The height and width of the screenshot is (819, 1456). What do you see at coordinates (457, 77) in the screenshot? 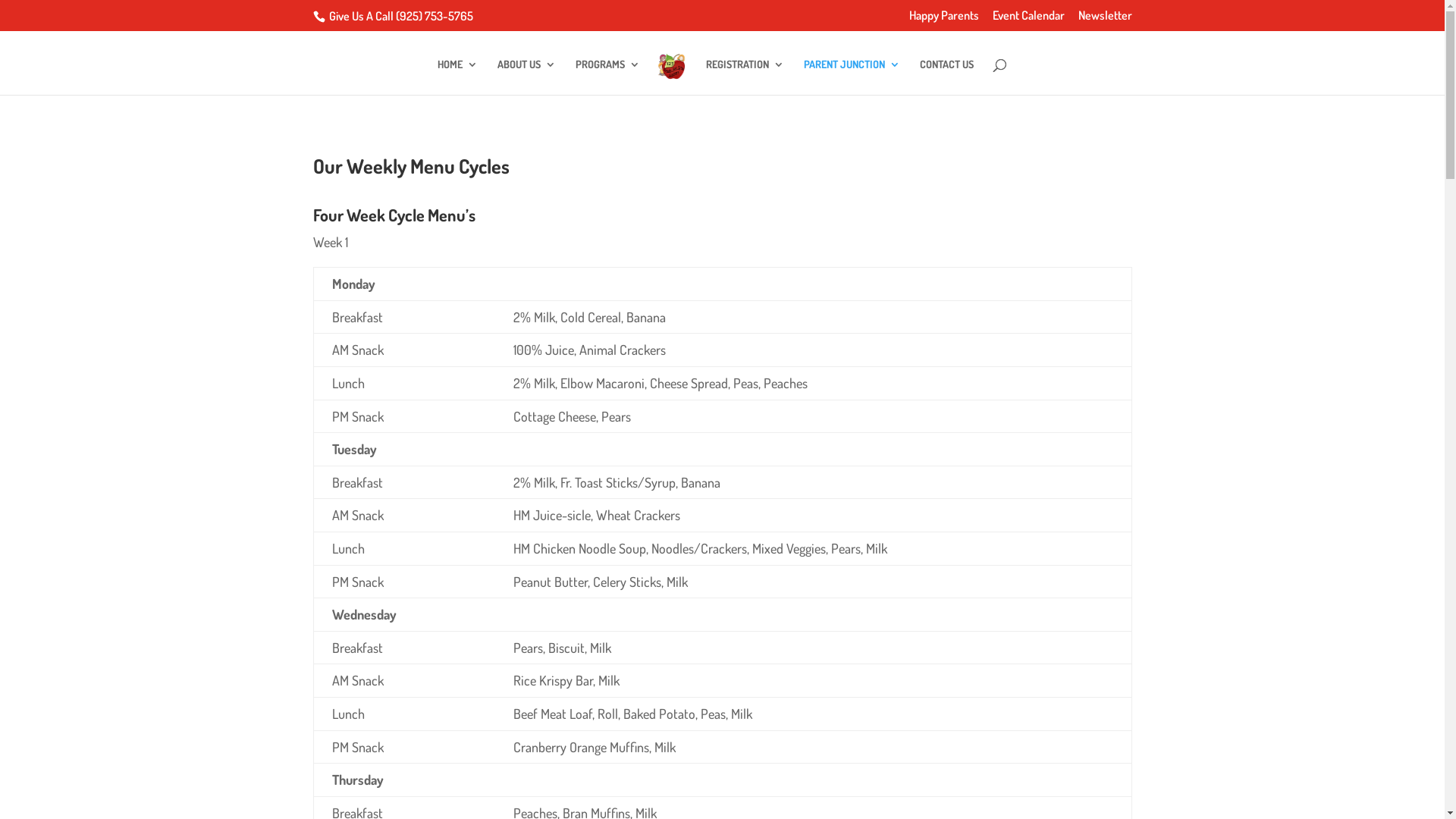
I see `'HOME'` at bounding box center [457, 77].